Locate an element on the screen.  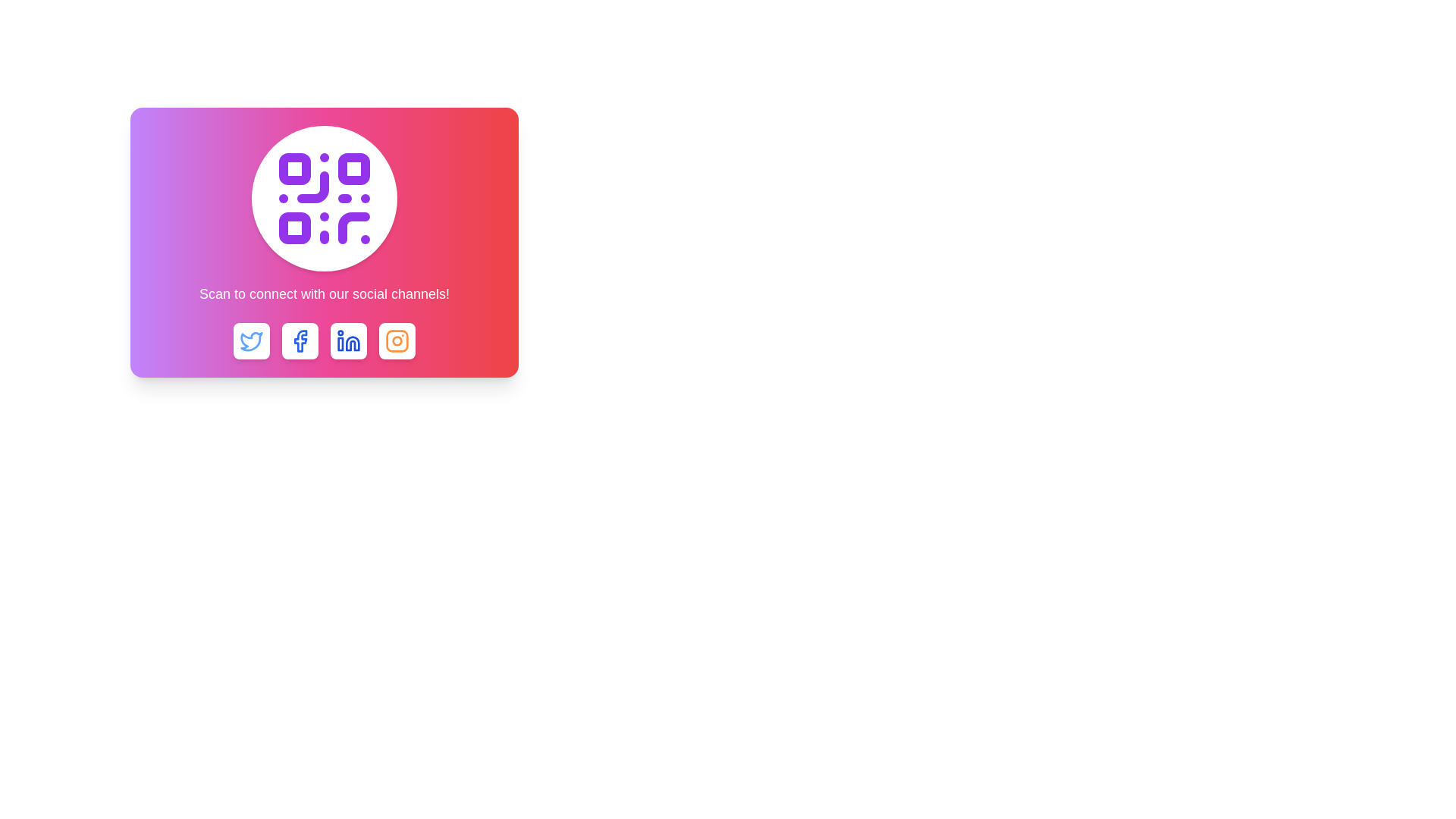
the small purple square component of the QR code, located at the lower-left section and being the third visible square is located at coordinates (294, 227).